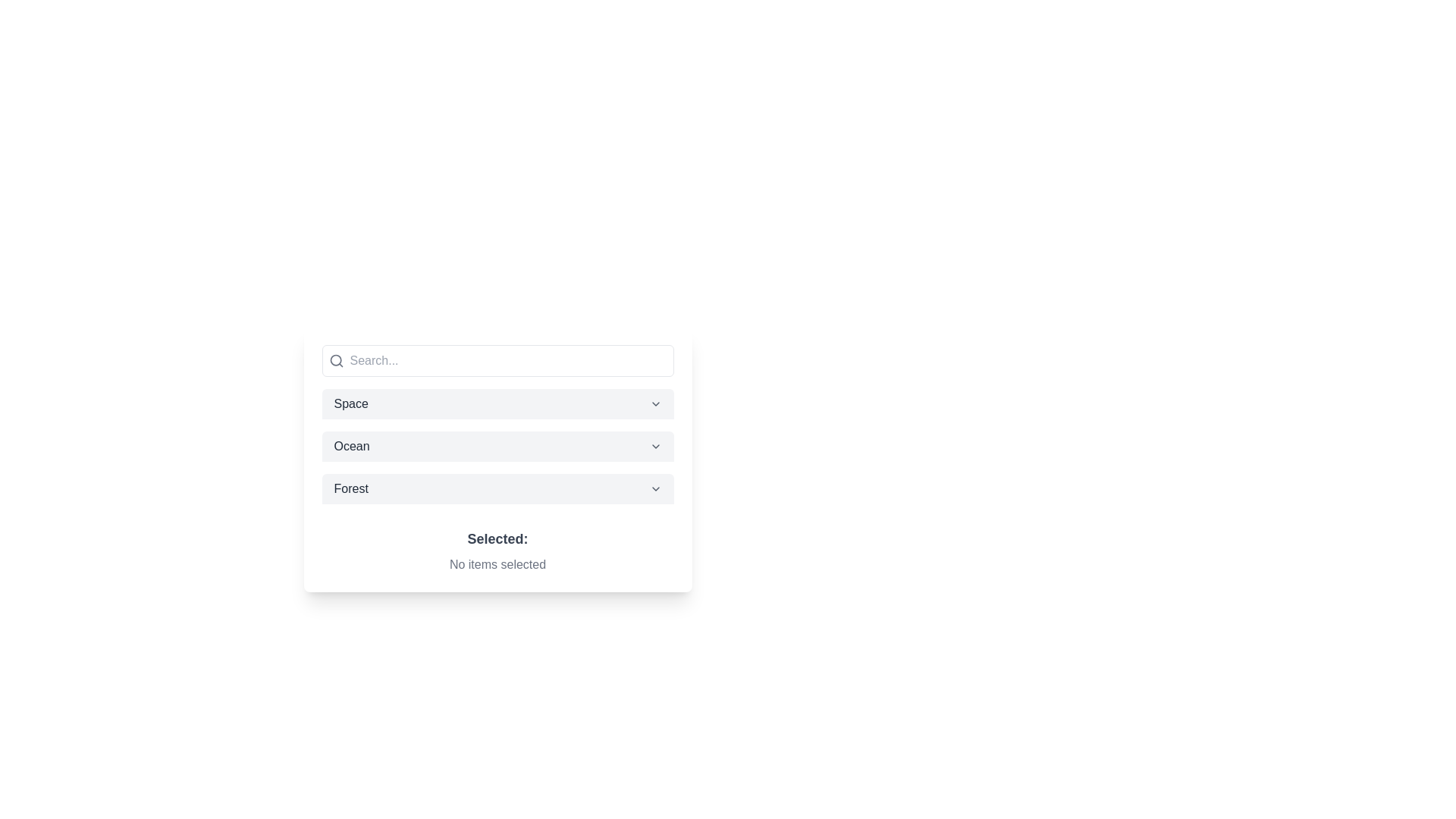  I want to click on the dropdown menu labeled 'Ocean', so click(497, 458).